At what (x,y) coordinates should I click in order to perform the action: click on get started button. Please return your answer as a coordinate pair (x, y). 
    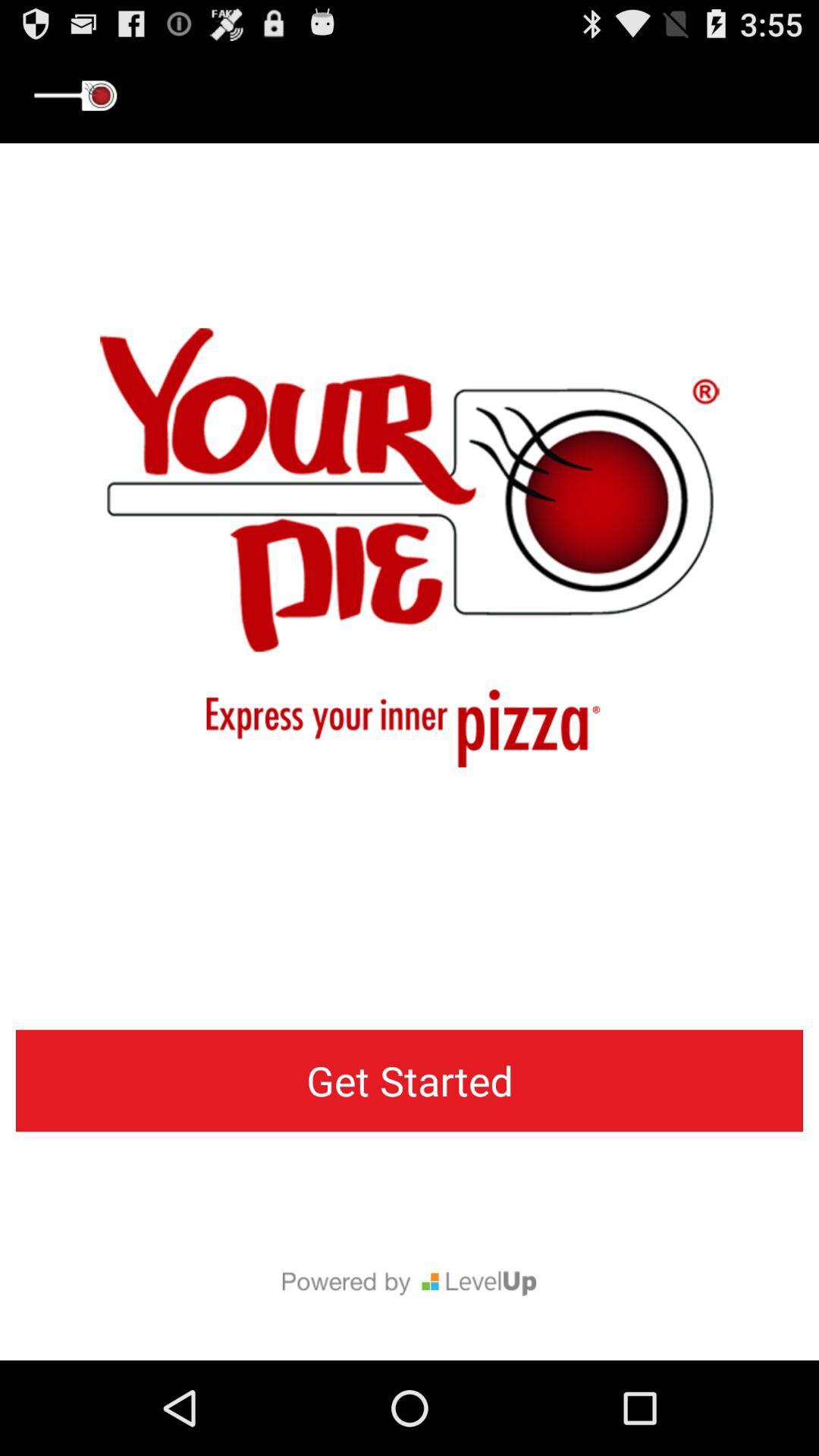
    Looking at the image, I should click on (409, 1080).